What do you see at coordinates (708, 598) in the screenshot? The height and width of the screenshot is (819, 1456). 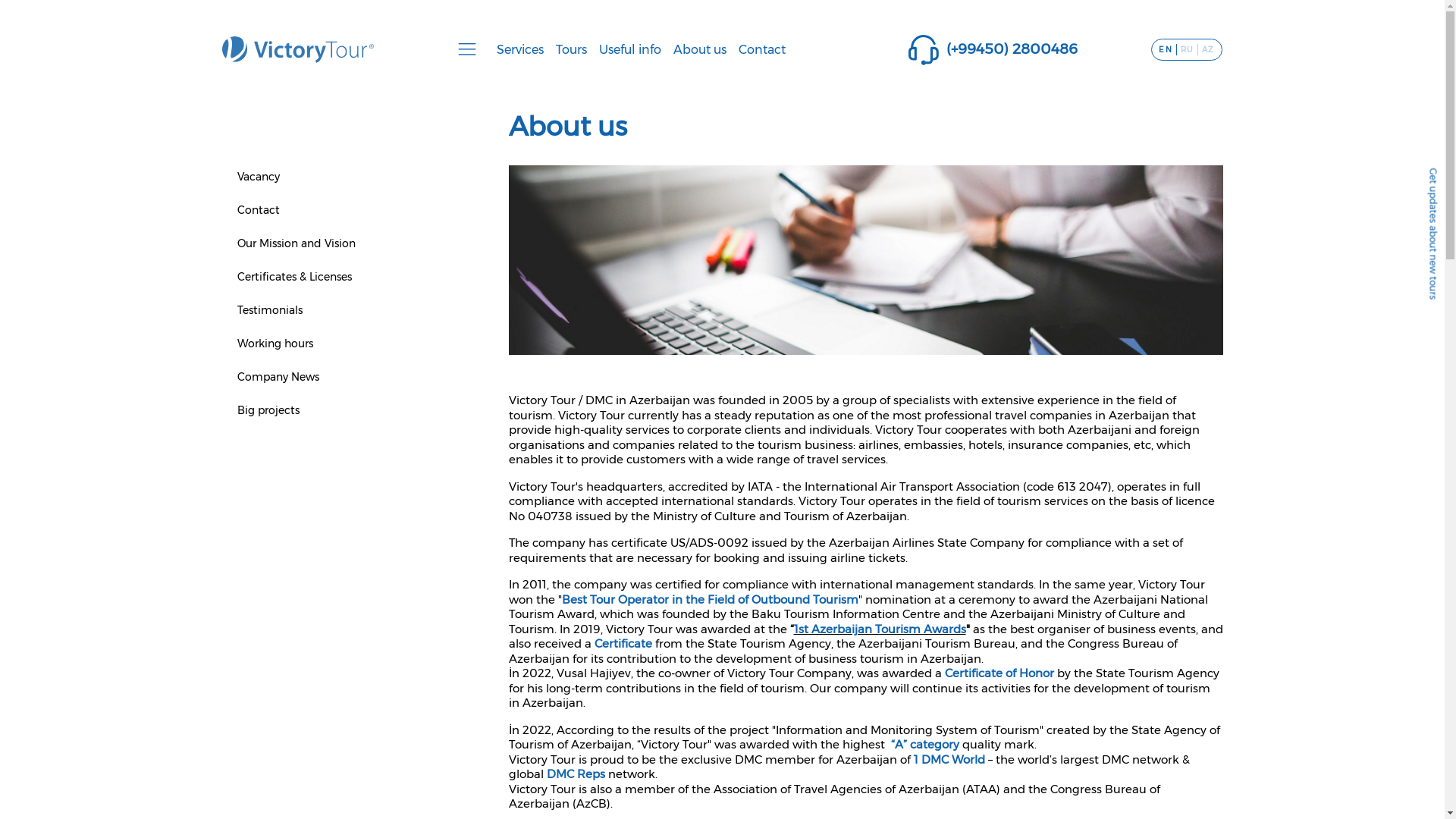 I see `'Best Tour Operator in the Field of Outbound Tourism'` at bounding box center [708, 598].